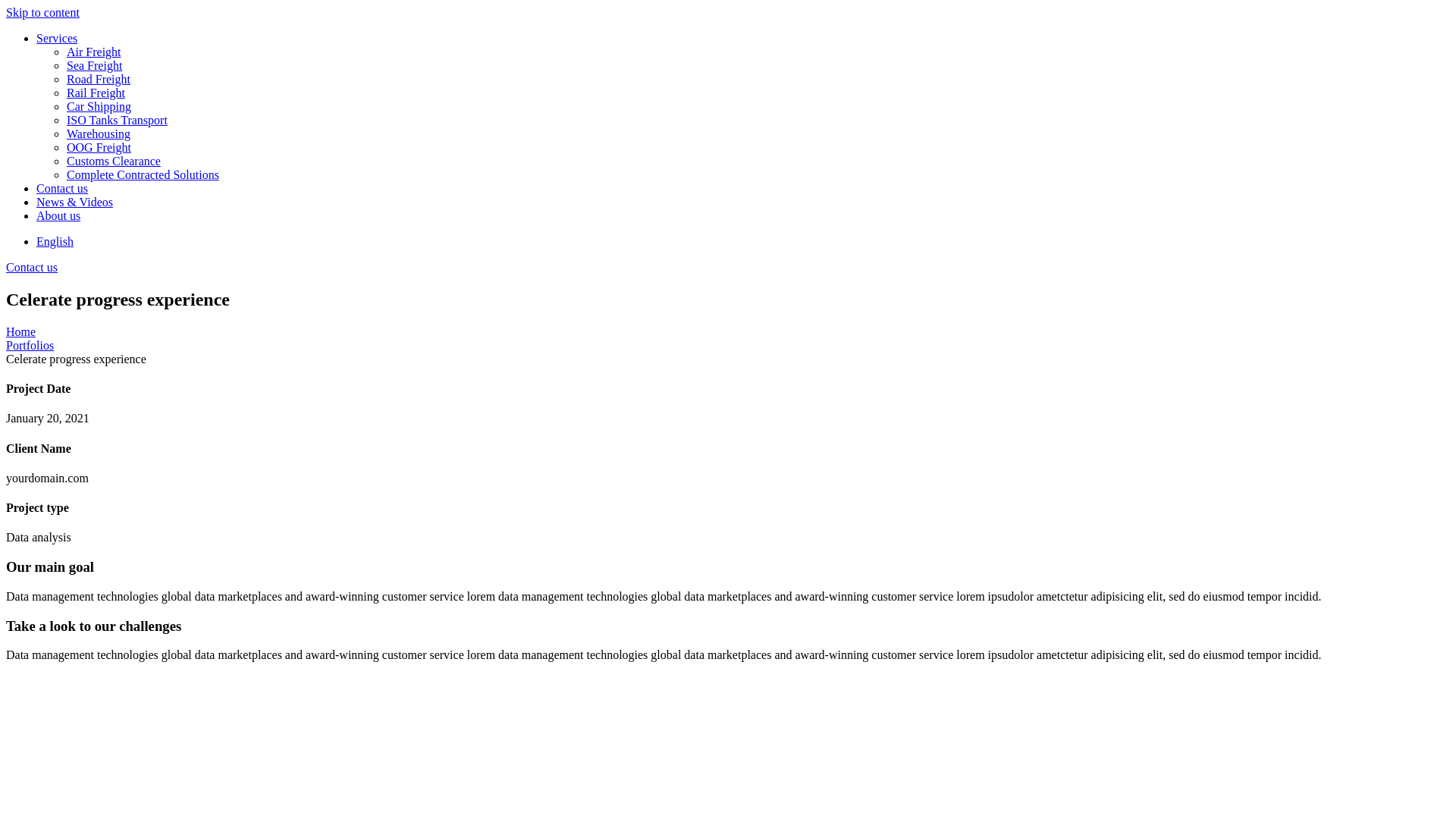  What do you see at coordinates (32, 266) in the screenshot?
I see `'Contact us'` at bounding box center [32, 266].